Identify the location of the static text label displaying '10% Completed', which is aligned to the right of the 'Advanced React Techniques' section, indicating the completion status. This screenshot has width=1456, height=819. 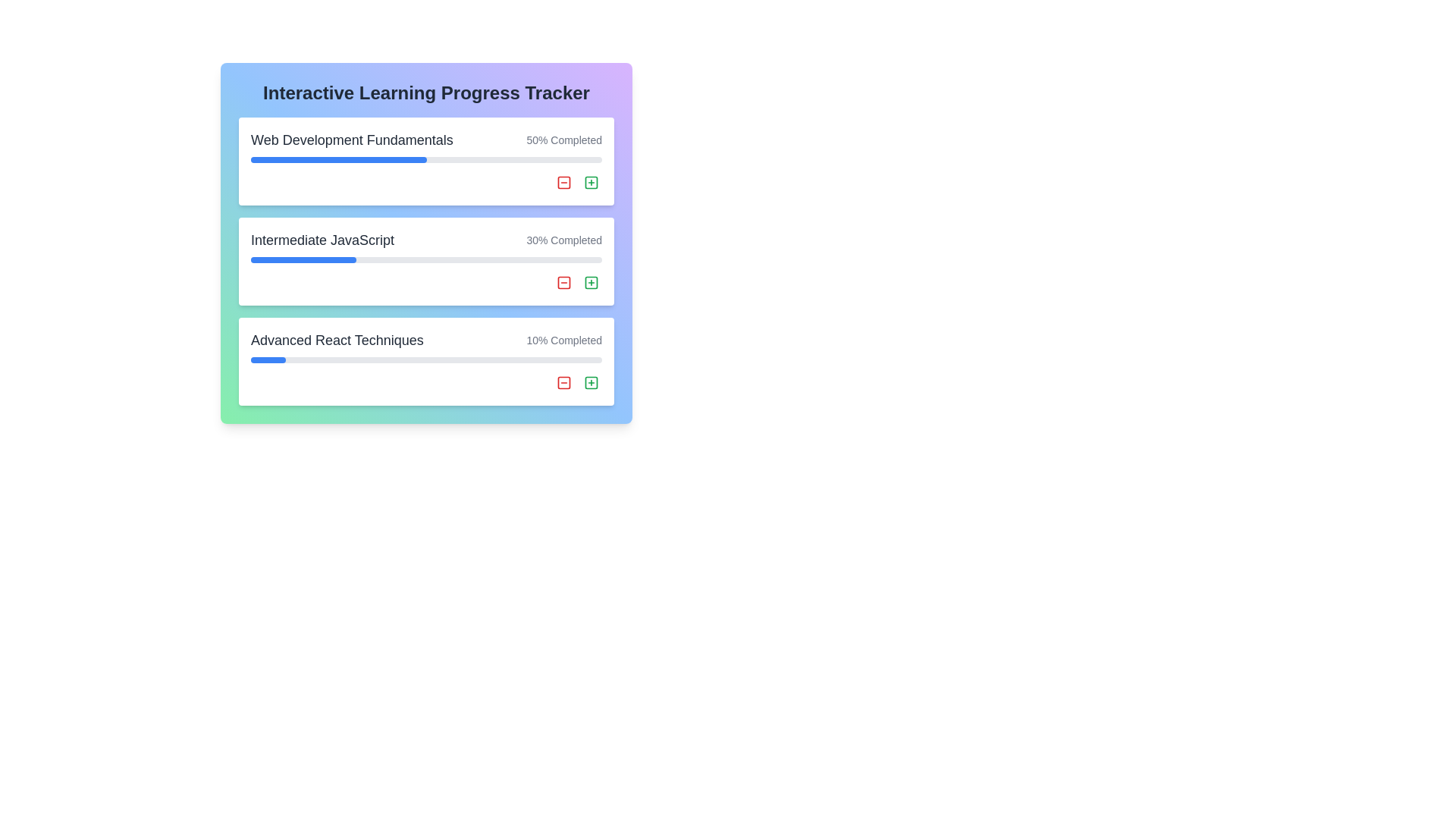
(563, 339).